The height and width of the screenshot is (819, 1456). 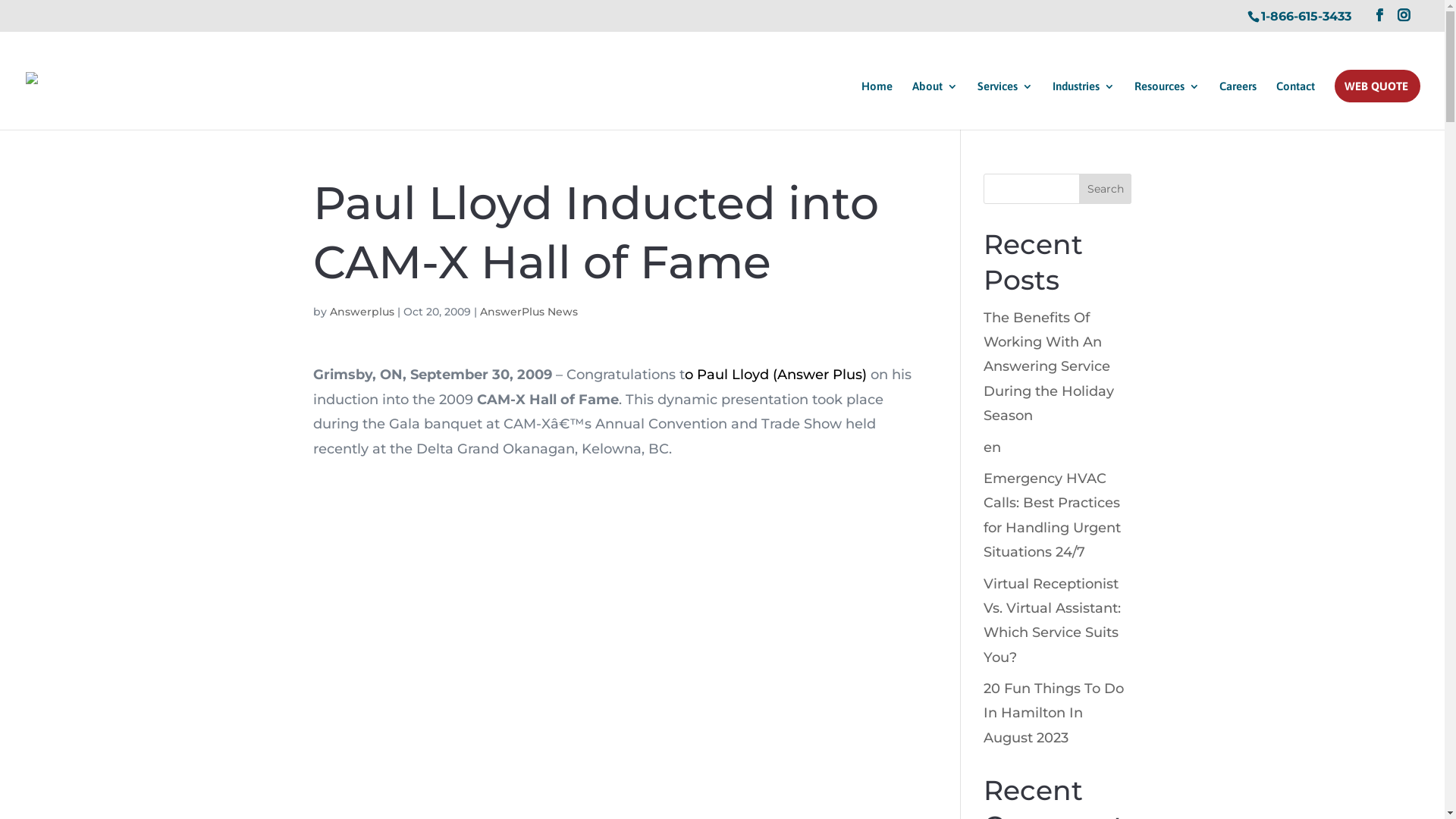 What do you see at coordinates (934, 104) in the screenshot?
I see `'About'` at bounding box center [934, 104].